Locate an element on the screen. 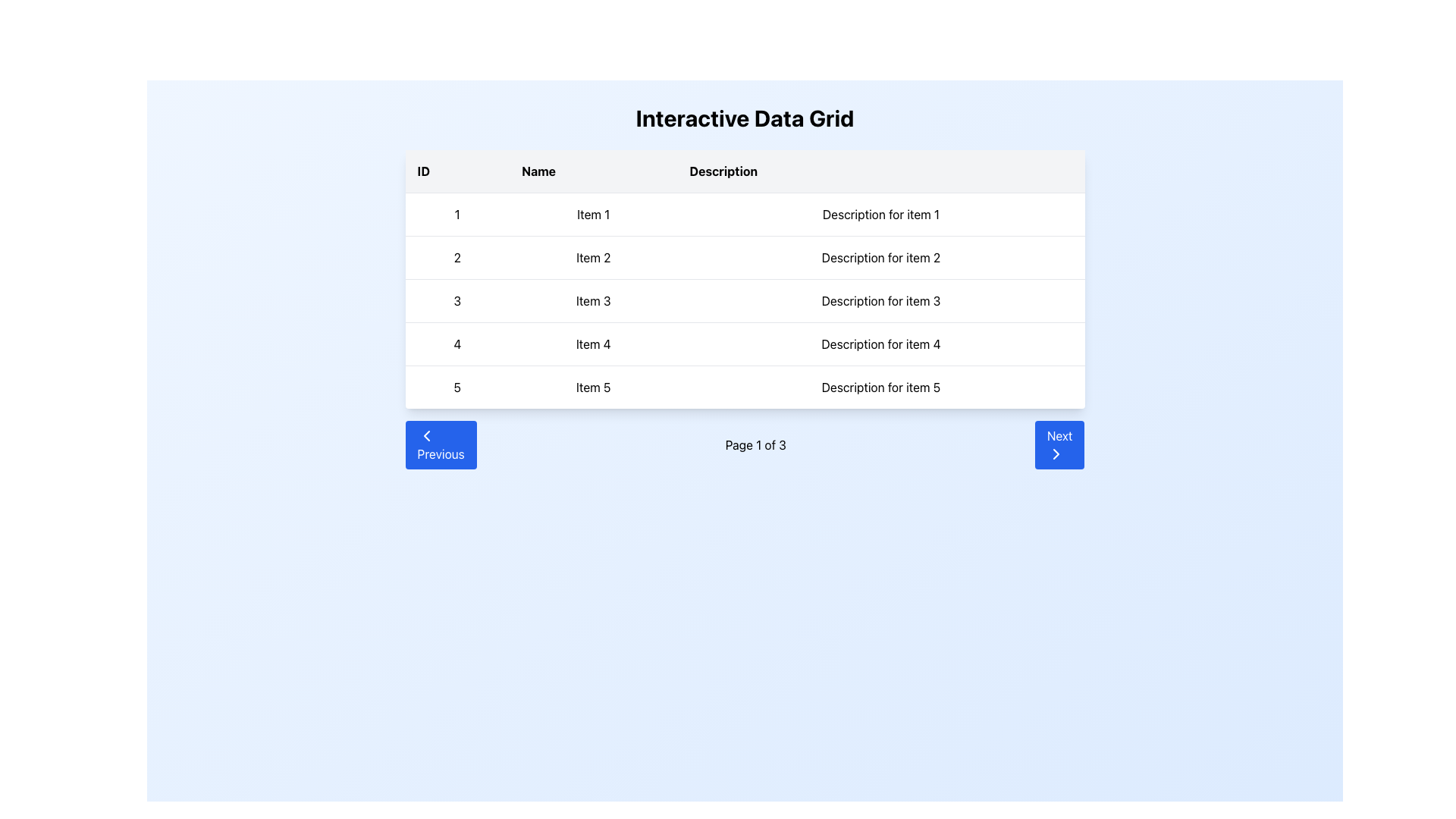  the fourth row of the data grid displaying '4', 'Item 4', and 'Description for item 4' is located at coordinates (745, 344).